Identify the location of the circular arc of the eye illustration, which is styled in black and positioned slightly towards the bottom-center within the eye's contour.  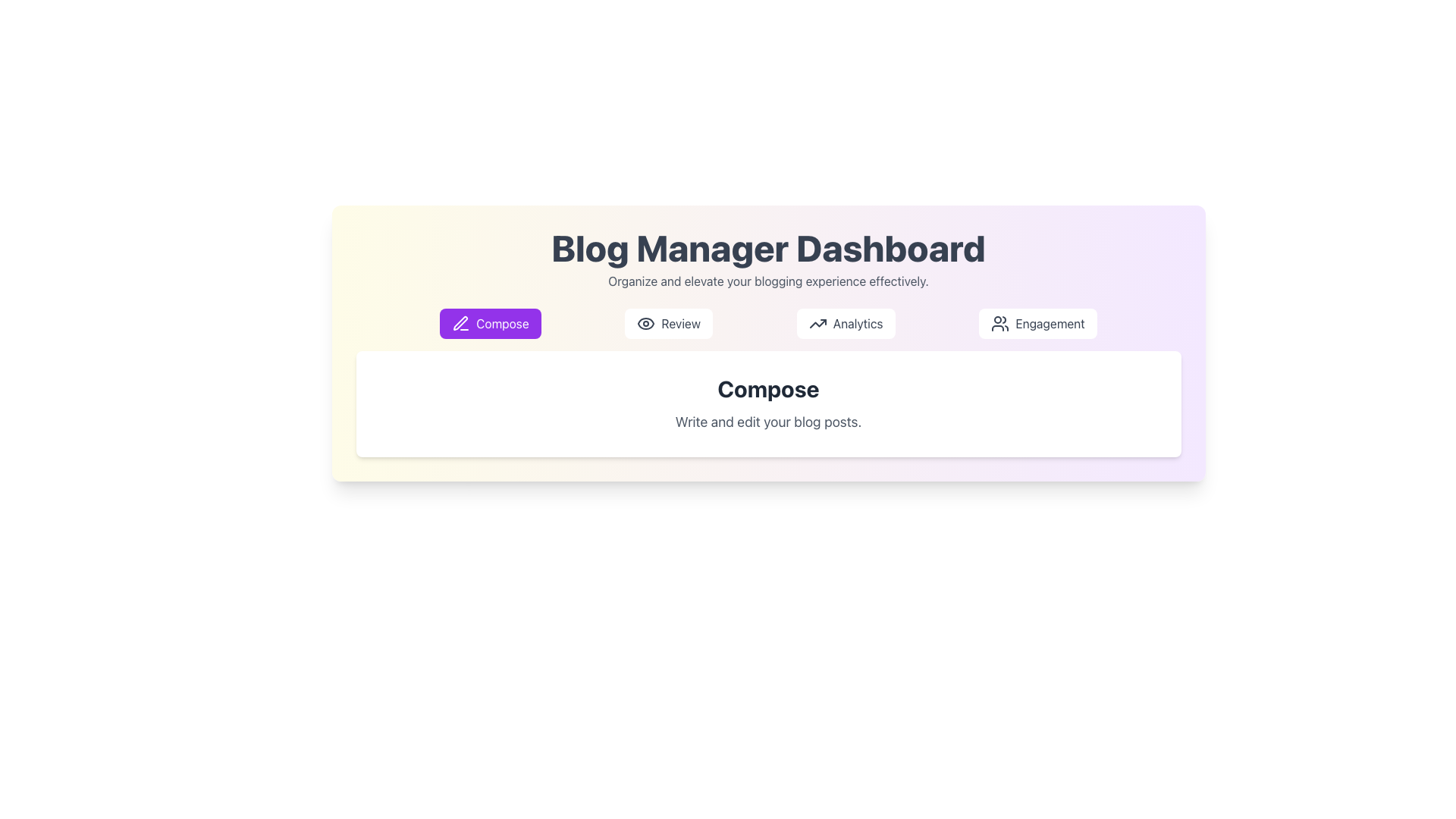
(646, 323).